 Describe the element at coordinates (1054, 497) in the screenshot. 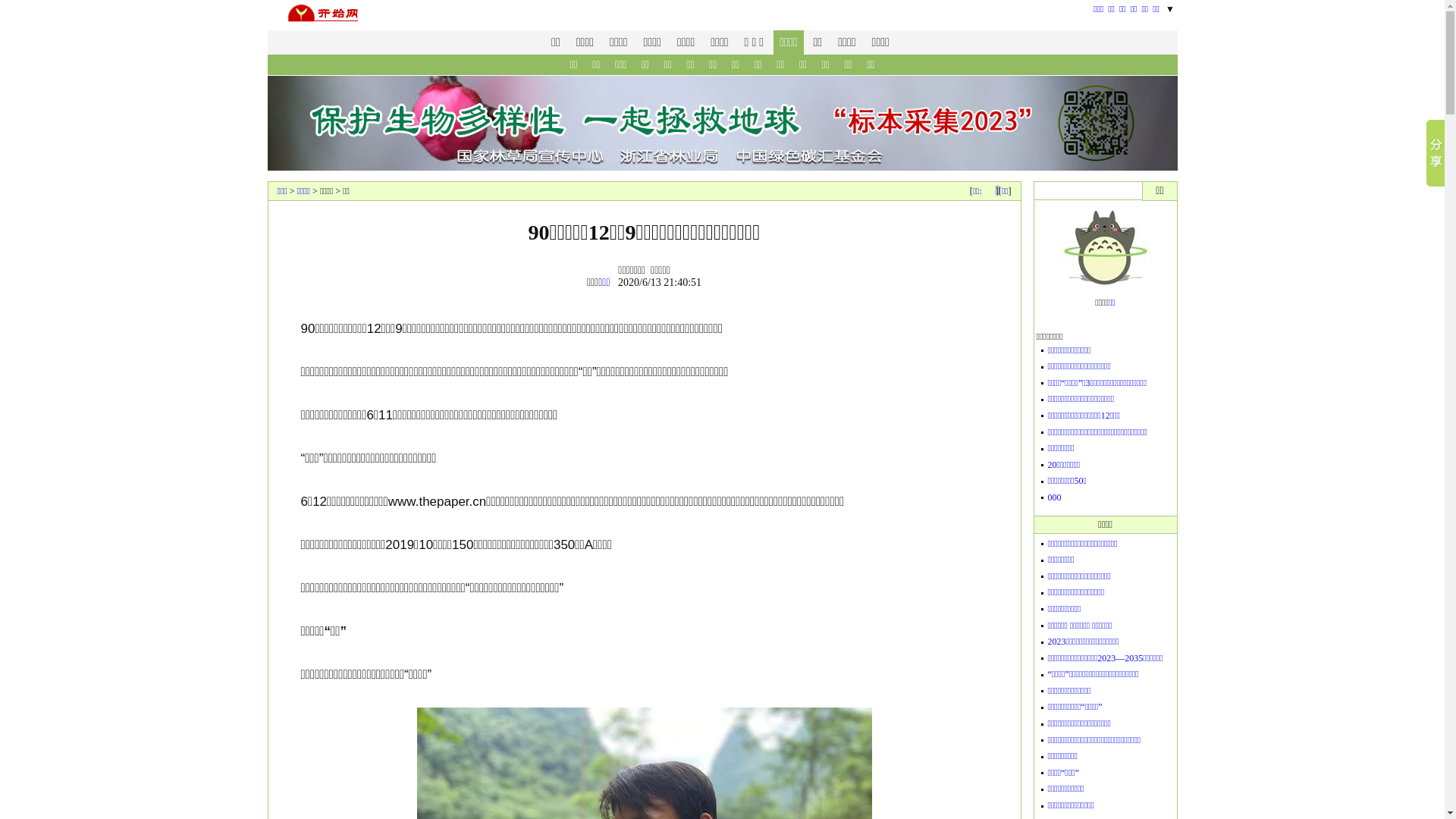

I see `'000'` at that location.